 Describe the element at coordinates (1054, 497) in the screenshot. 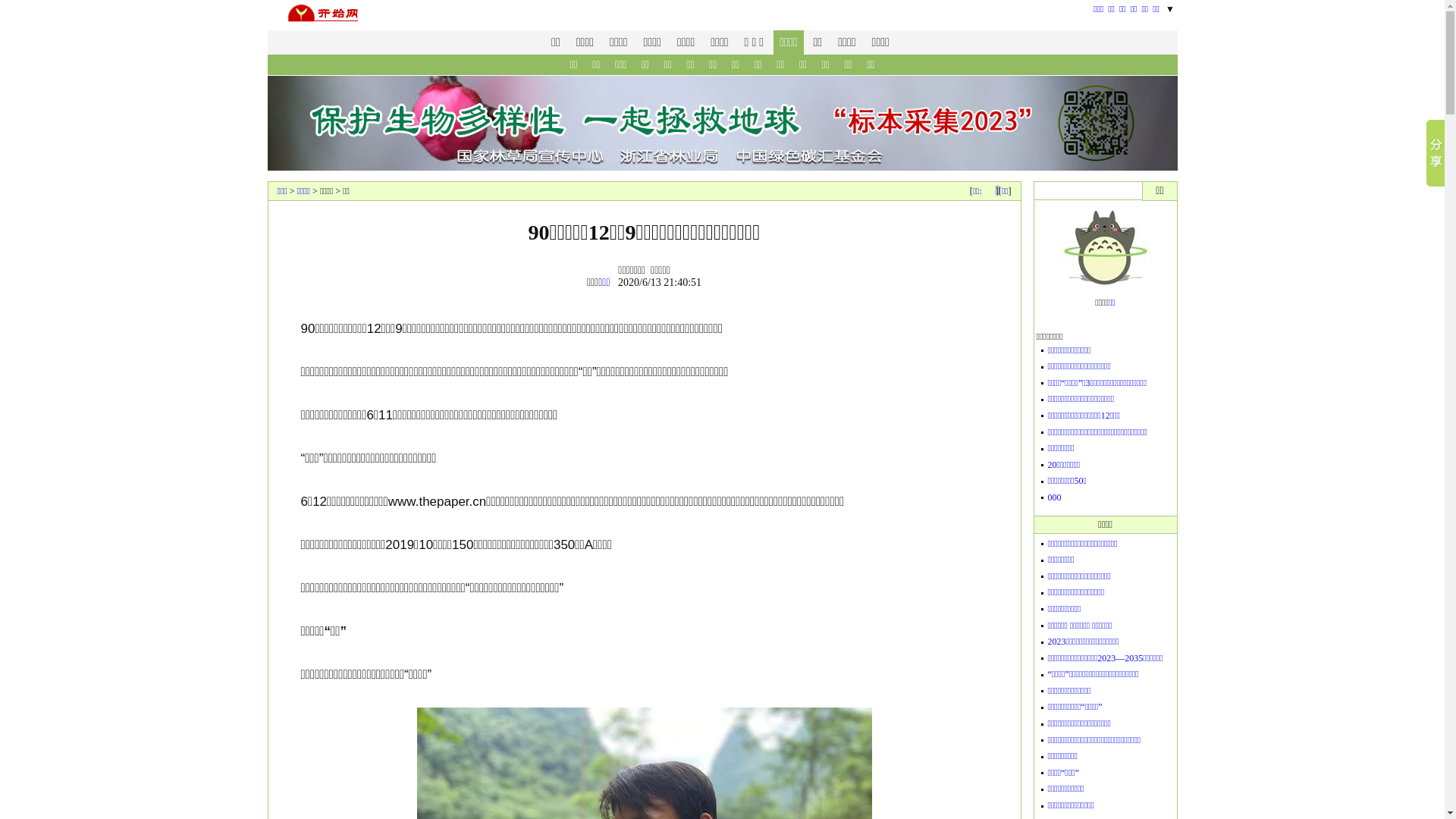

I see `'000'` at that location.